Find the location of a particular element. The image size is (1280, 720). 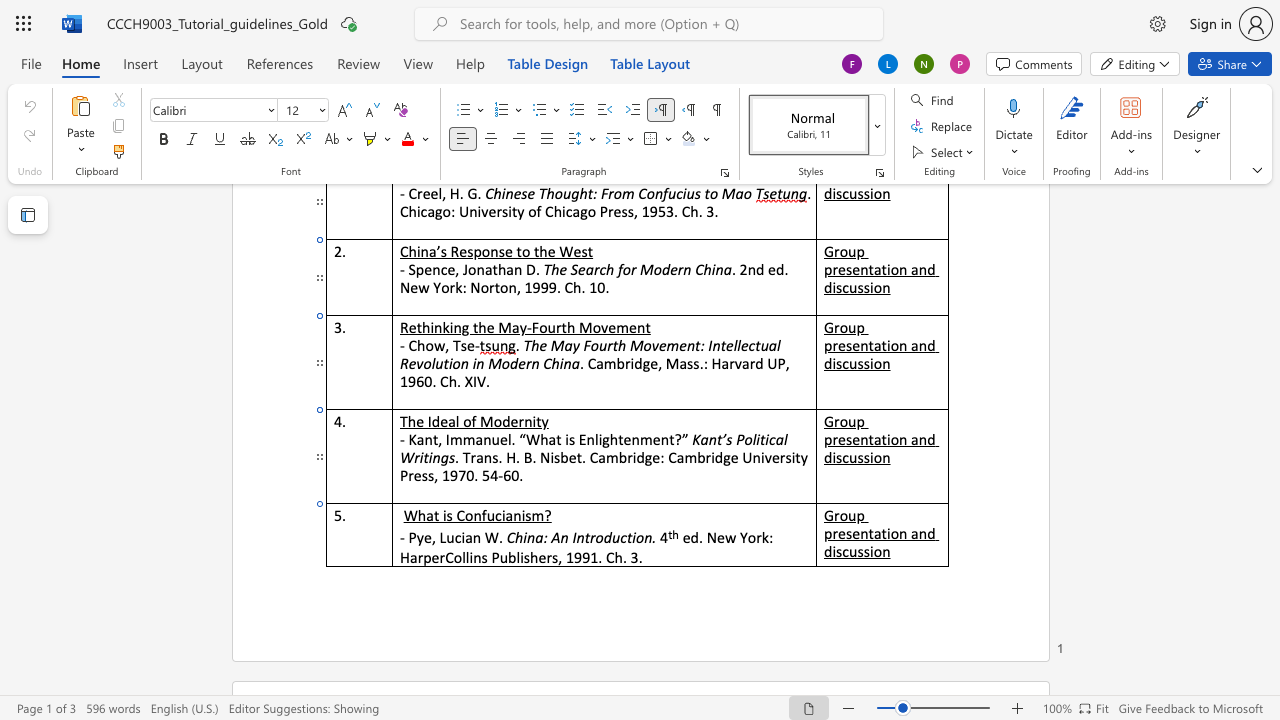

the space between the continuous character "a" and "t" in the text is located at coordinates (432, 514).